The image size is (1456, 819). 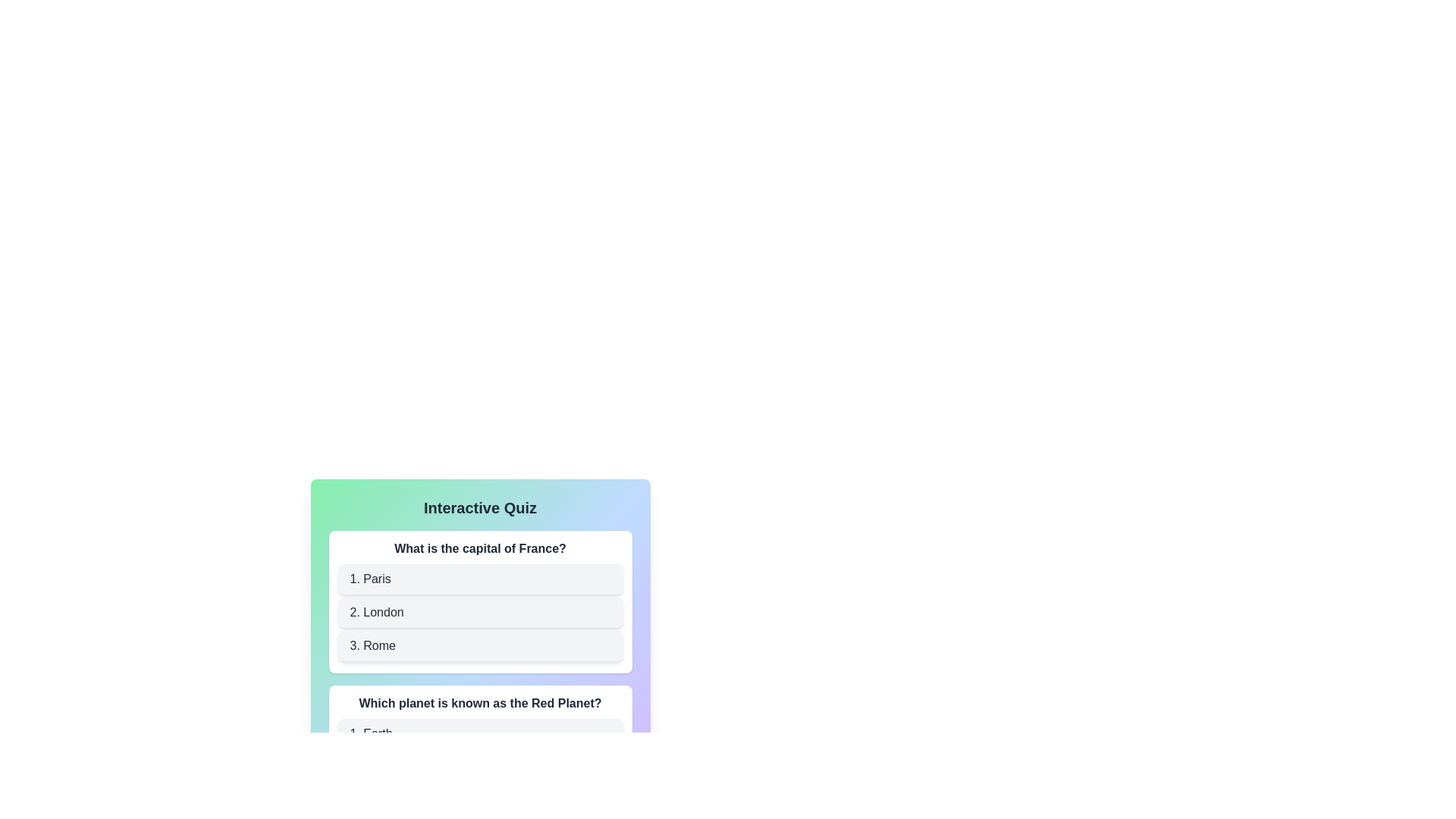 What do you see at coordinates (479, 800) in the screenshot?
I see `the third choice button for the question 'Which planet is known as the Red Planet?'` at bounding box center [479, 800].